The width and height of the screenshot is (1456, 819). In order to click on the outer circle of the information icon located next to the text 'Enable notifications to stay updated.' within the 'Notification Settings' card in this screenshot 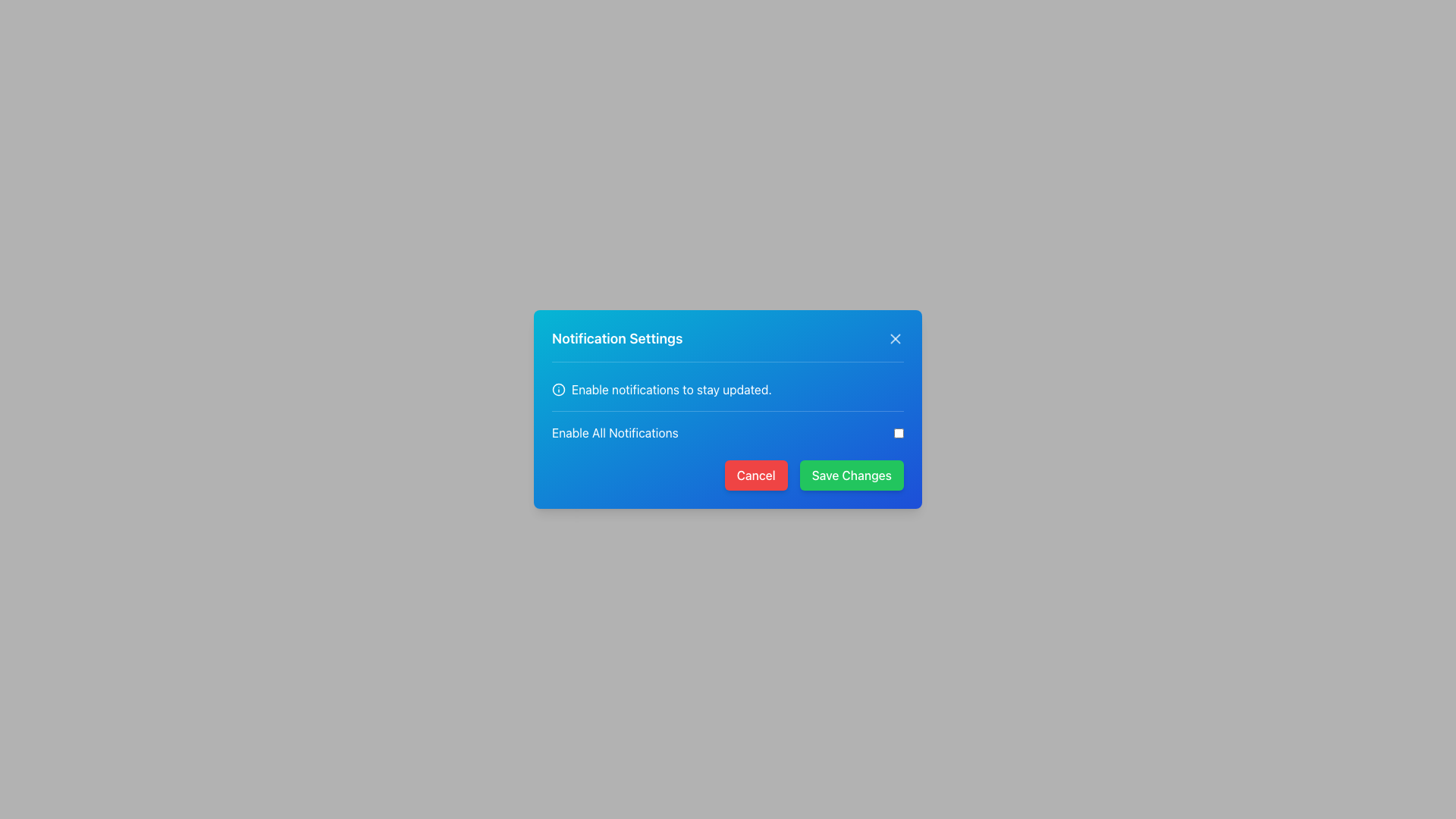, I will do `click(558, 388)`.